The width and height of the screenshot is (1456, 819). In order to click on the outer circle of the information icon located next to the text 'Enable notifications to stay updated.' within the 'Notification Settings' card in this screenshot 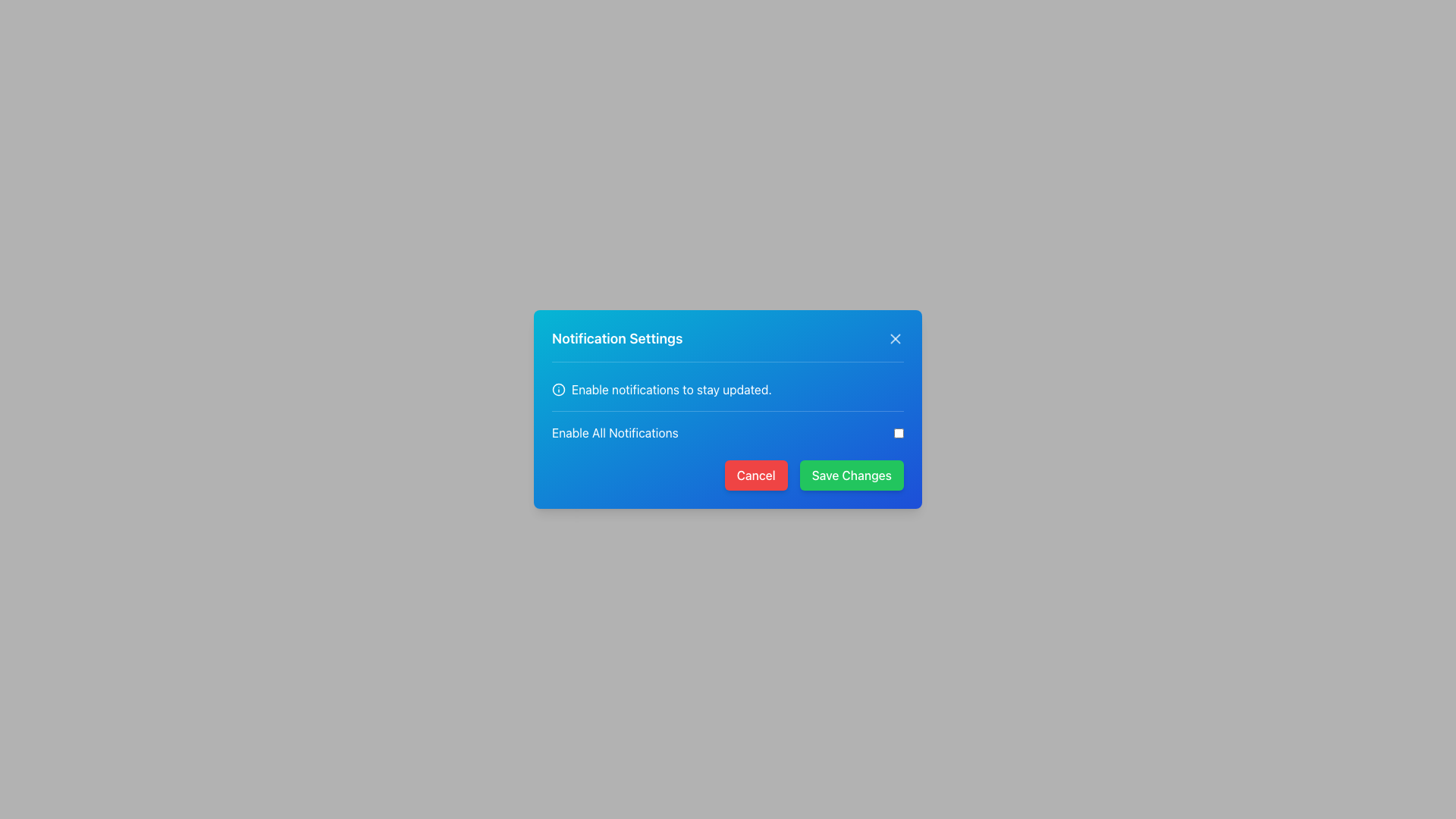, I will do `click(558, 388)`.